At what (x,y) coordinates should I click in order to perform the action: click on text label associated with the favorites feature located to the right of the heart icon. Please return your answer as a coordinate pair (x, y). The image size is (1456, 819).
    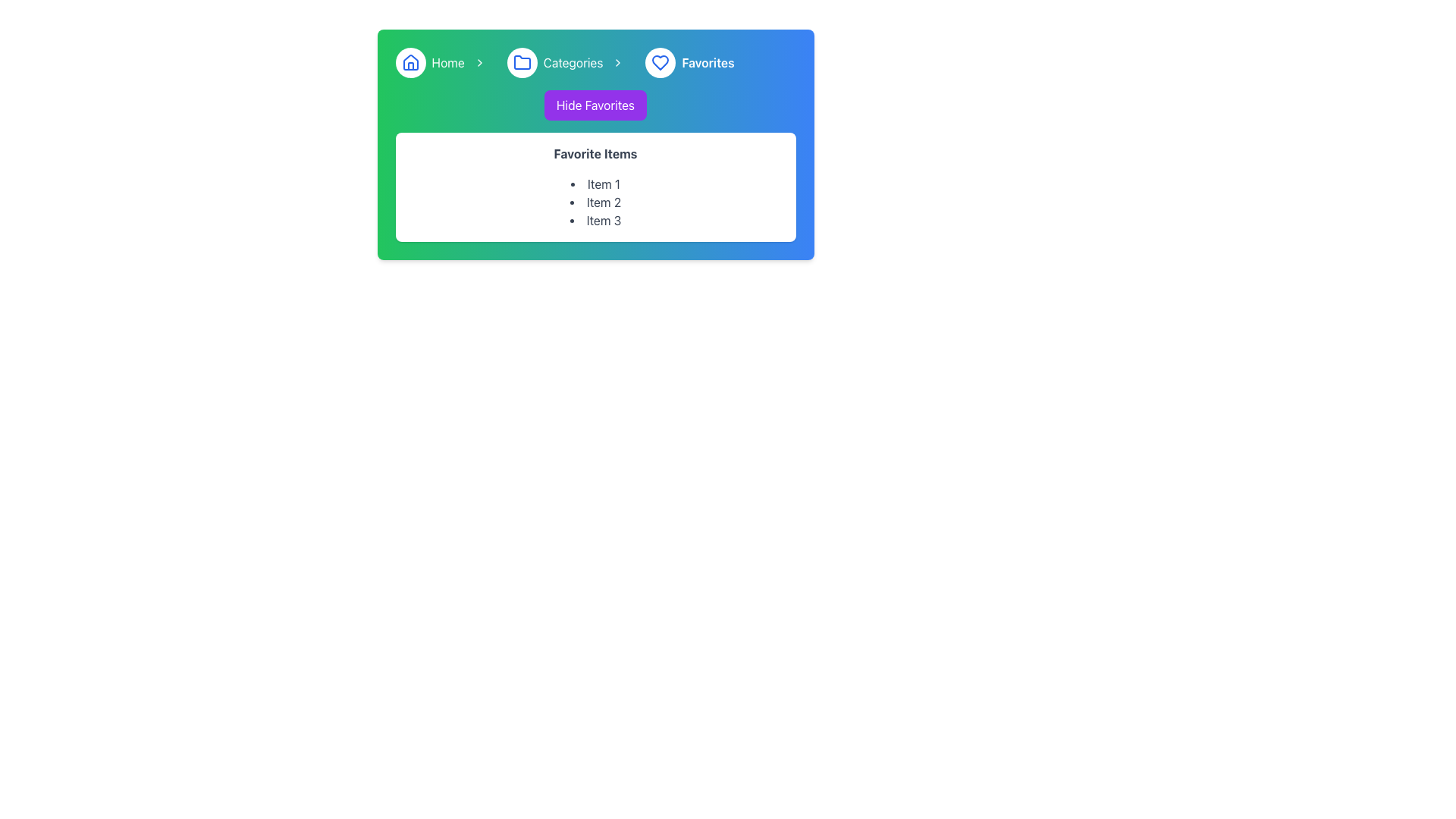
    Looking at the image, I should click on (708, 62).